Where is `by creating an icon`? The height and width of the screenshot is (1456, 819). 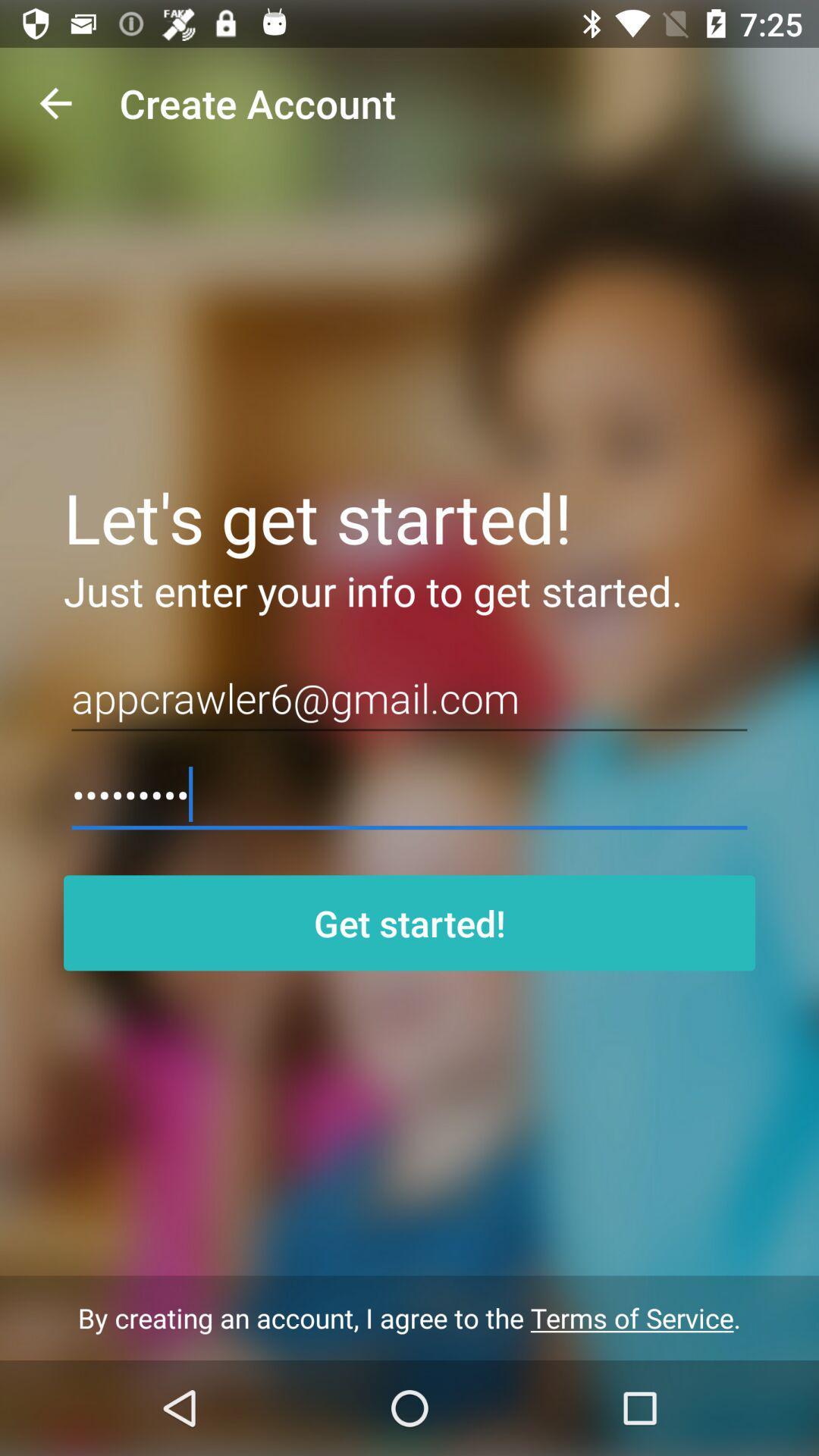
by creating an icon is located at coordinates (409, 1317).